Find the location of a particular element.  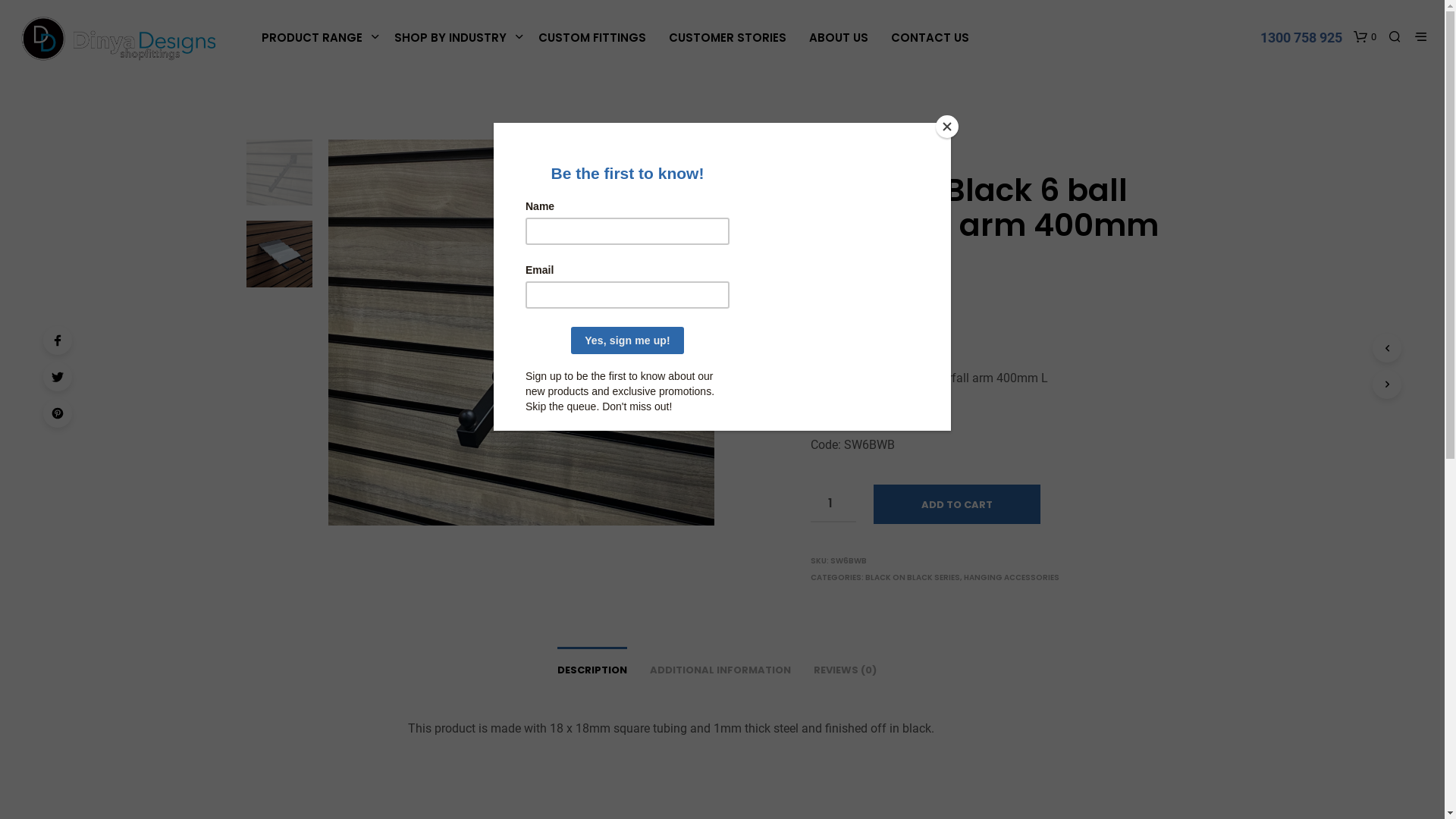

'SHOP BY INDUSTRY' is located at coordinates (450, 37).